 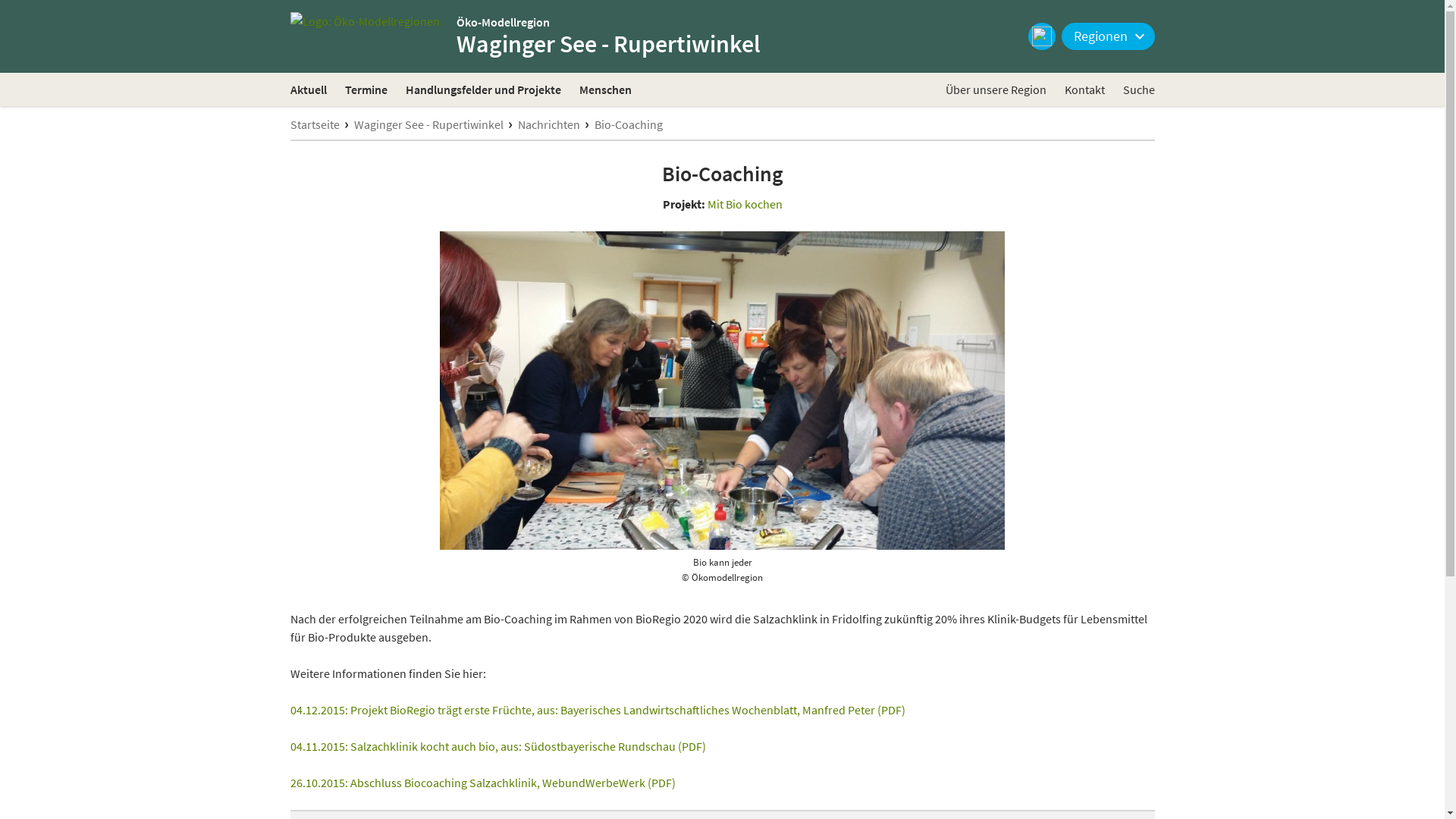 I want to click on 'Nachrichten', so click(x=548, y=124).